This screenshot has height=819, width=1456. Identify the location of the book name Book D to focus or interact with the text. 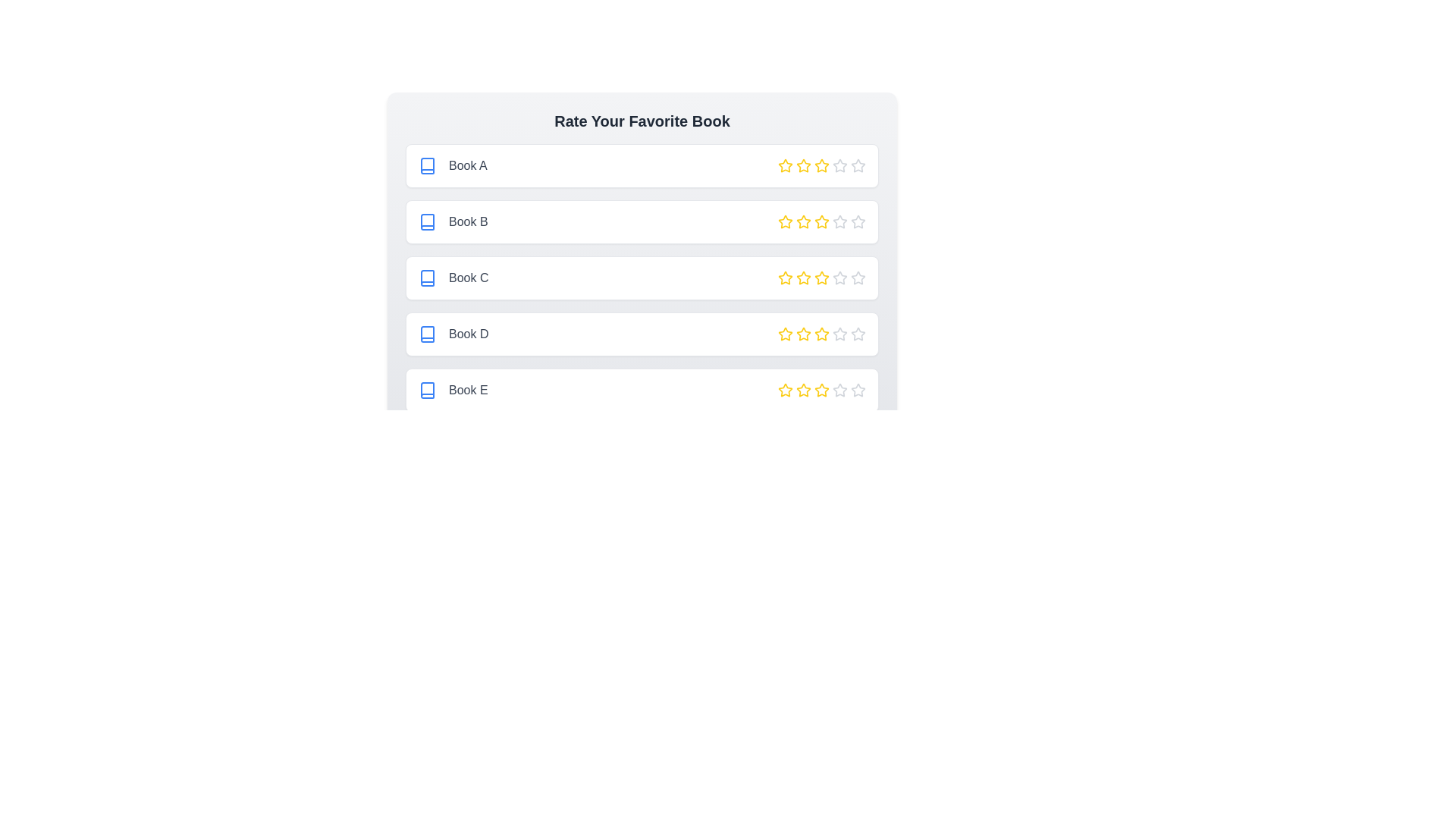
(453, 333).